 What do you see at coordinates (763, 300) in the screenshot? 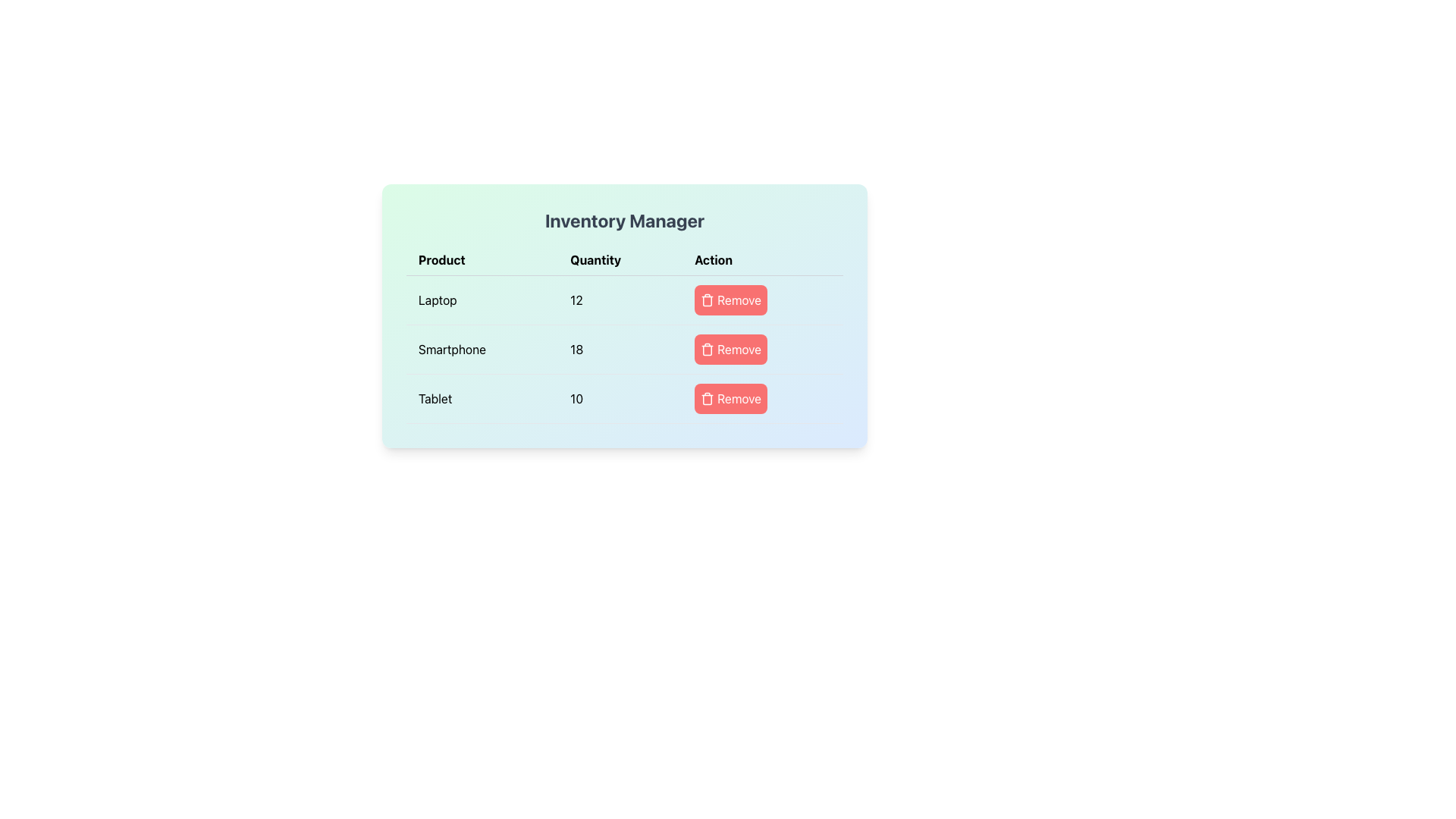
I see `the button in the 'Action' column of the first row in the 'Inventory Manager' table, which is located adjacent to the '12' in the 'Quantity' column` at bounding box center [763, 300].